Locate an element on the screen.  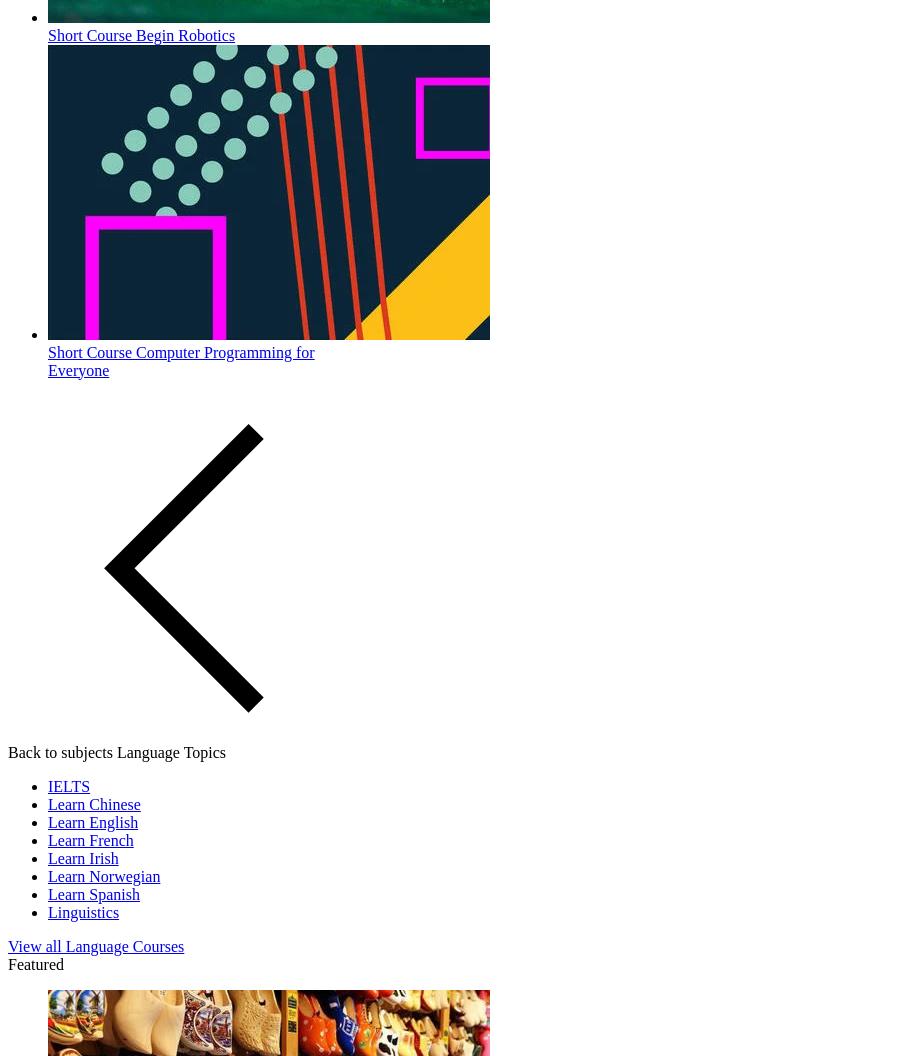
'Featured' is located at coordinates (34, 963).